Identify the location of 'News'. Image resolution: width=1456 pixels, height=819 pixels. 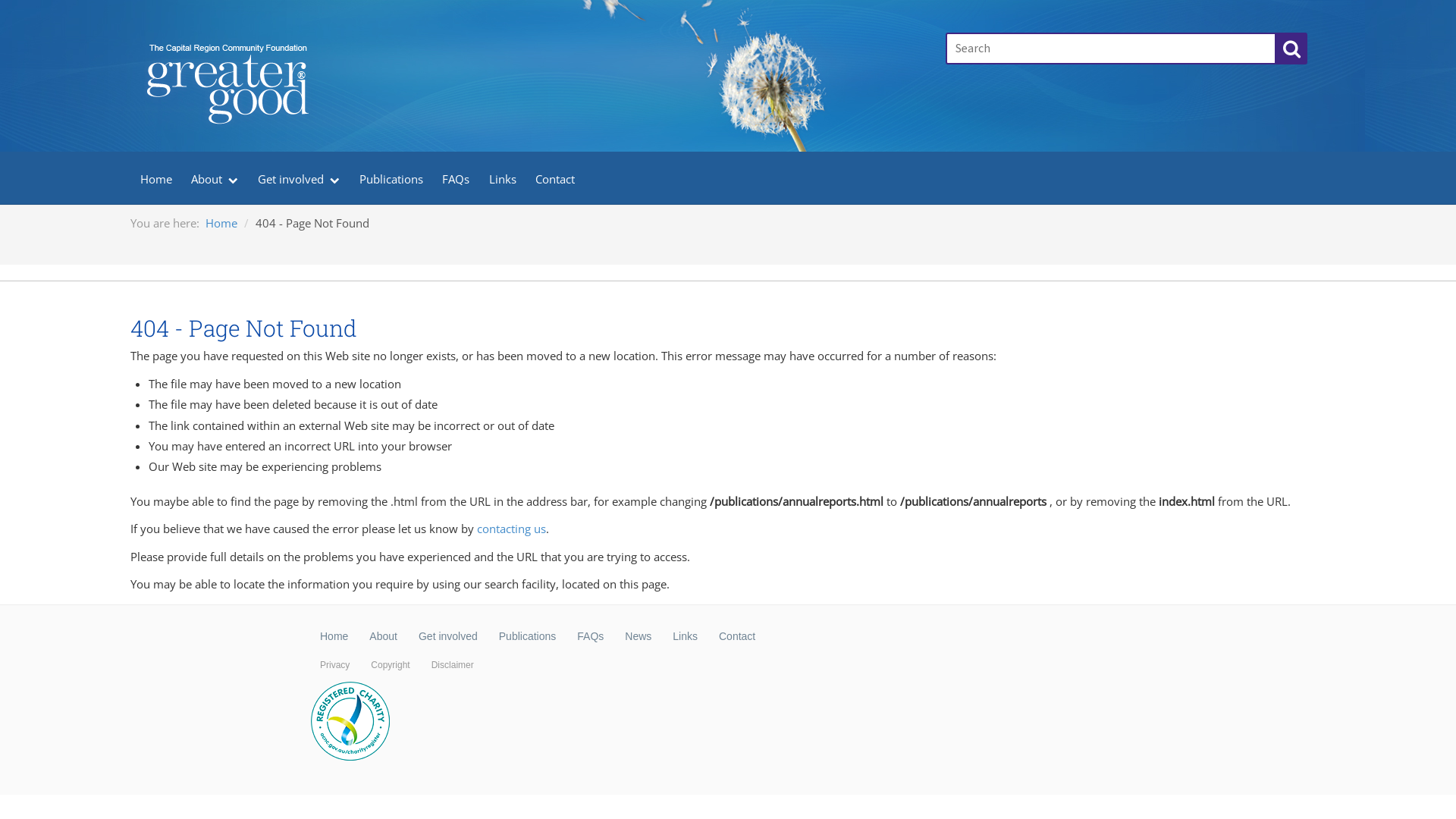
(638, 636).